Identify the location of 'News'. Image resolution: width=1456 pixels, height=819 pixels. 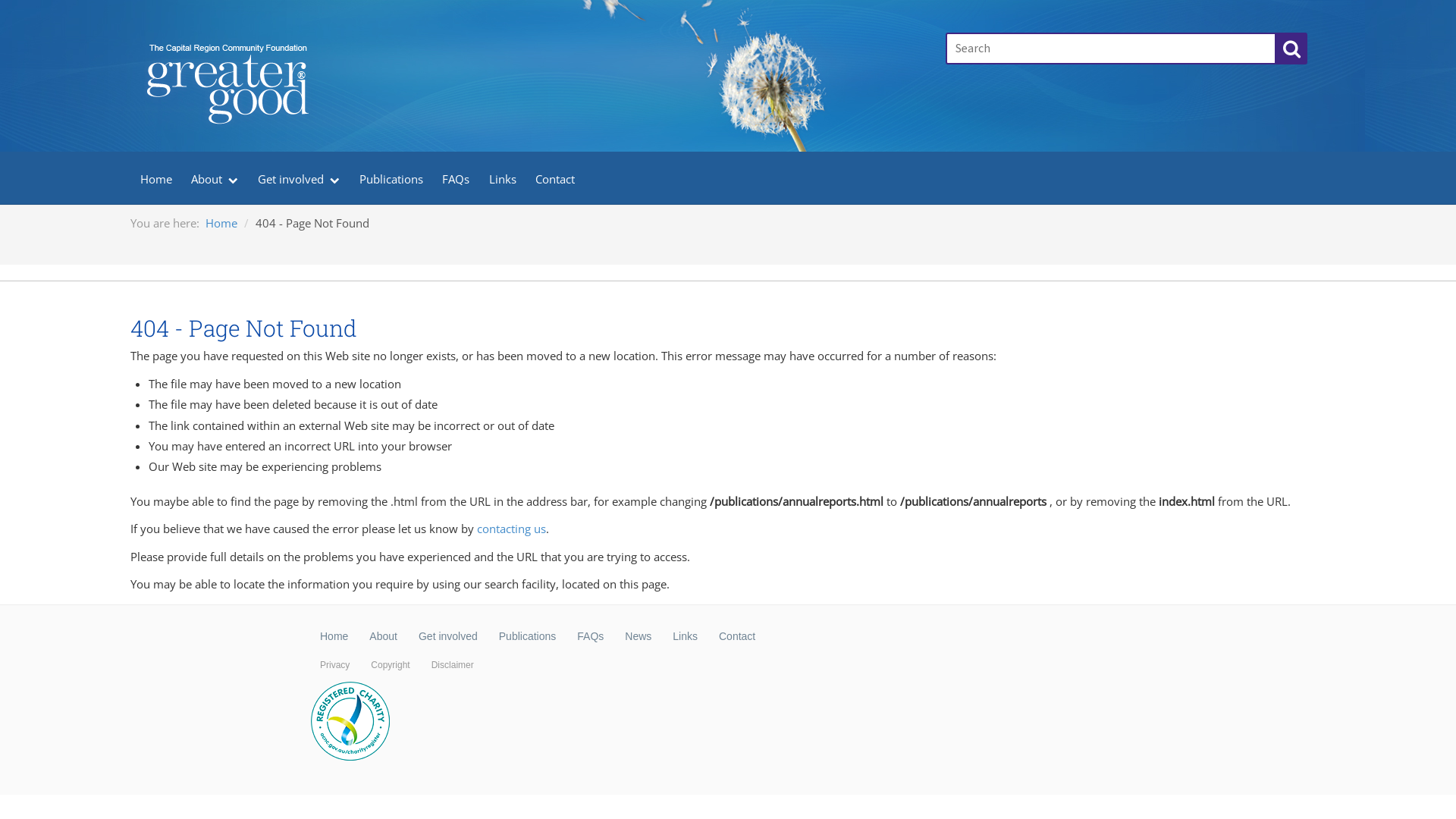
(638, 636).